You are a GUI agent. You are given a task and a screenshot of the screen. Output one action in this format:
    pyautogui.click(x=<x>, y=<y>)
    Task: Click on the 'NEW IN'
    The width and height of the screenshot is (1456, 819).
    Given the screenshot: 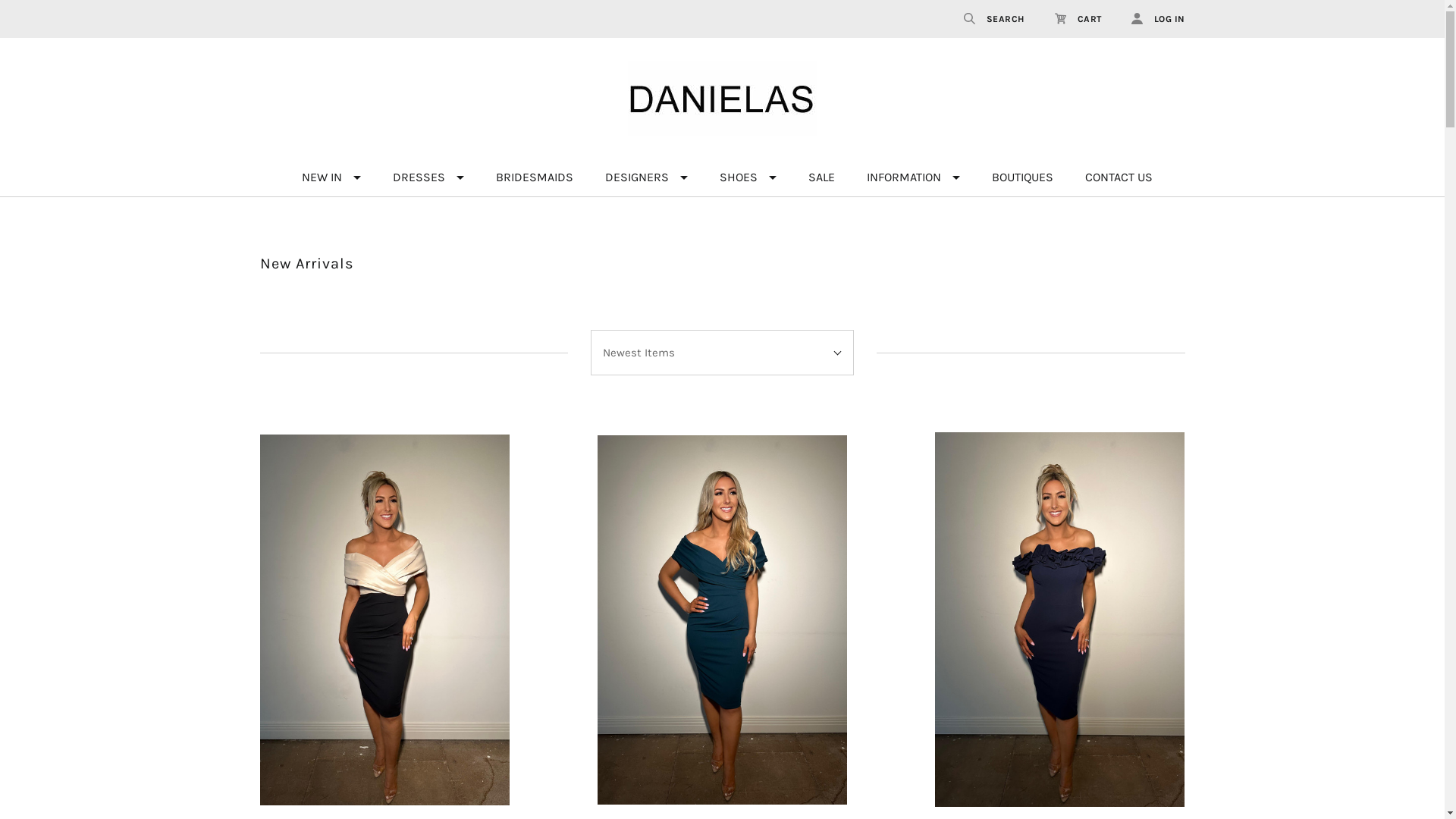 What is the action you would take?
    pyautogui.click(x=330, y=177)
    